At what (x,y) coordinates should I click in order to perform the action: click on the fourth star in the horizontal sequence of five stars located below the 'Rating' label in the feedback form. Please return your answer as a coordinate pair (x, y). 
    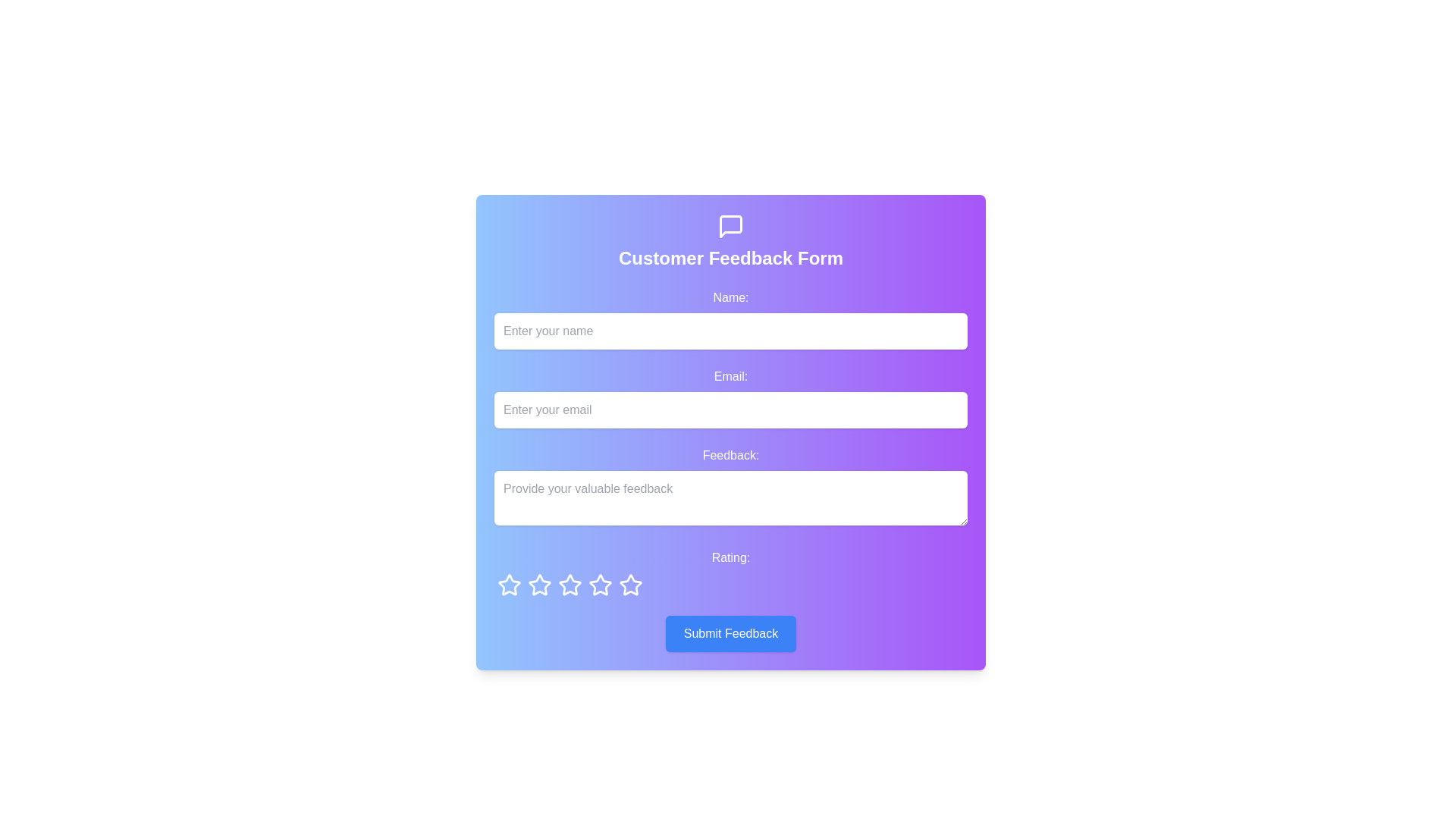
    Looking at the image, I should click on (630, 584).